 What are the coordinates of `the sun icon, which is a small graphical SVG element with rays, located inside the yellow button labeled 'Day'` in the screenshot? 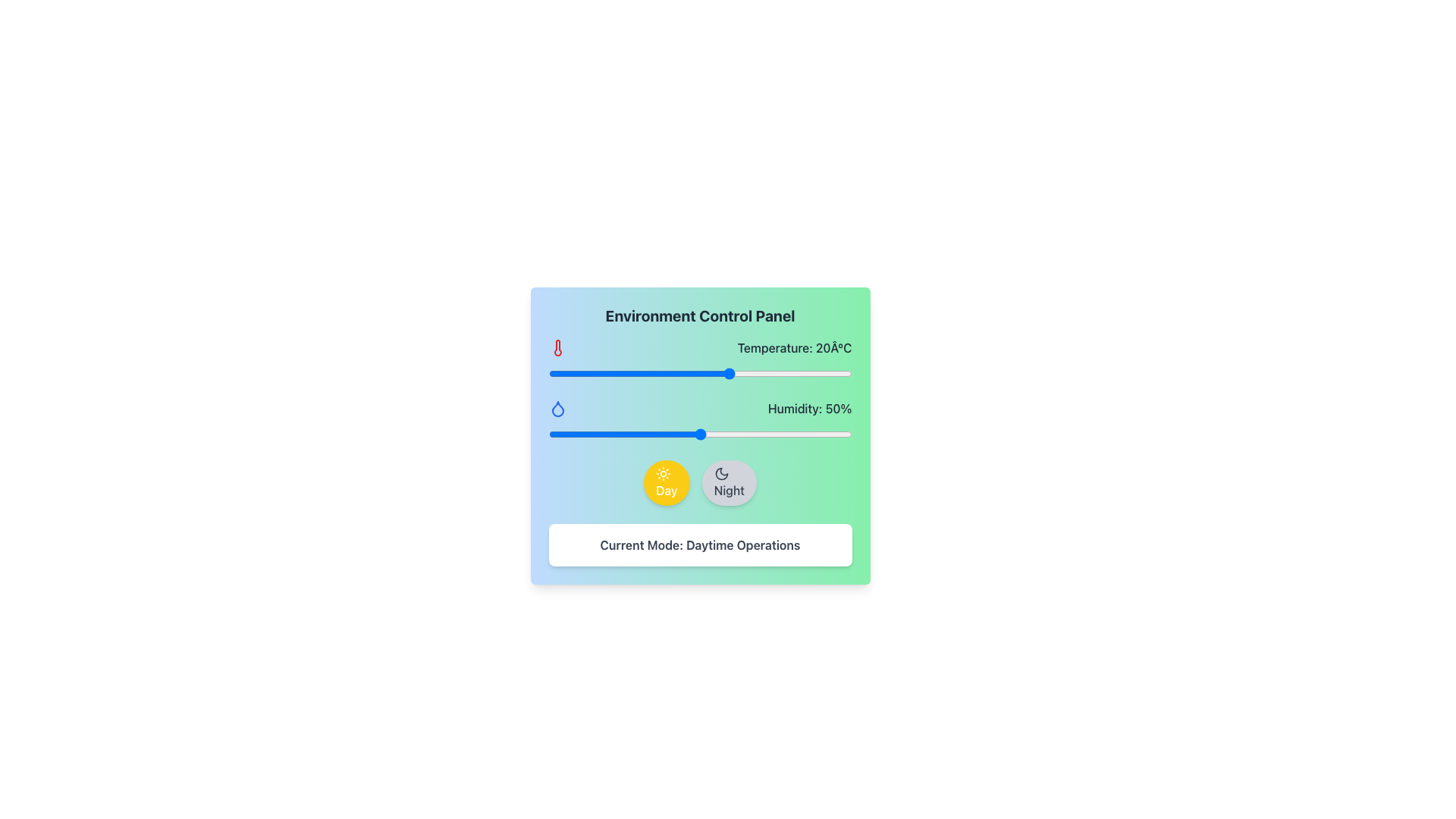 It's located at (664, 472).